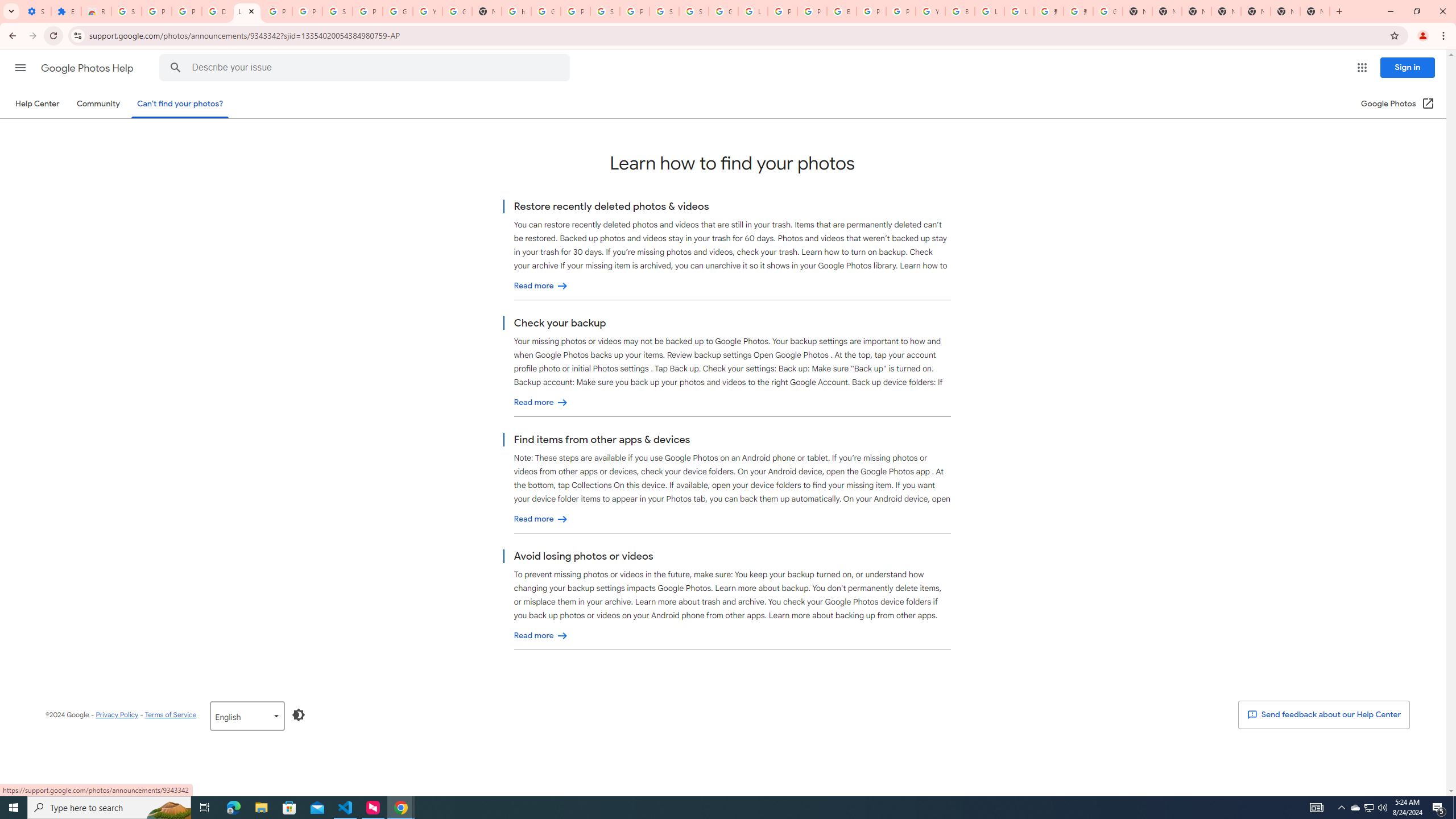 The height and width of the screenshot is (819, 1456). What do you see at coordinates (541, 402) in the screenshot?
I see `'Check your backup'` at bounding box center [541, 402].